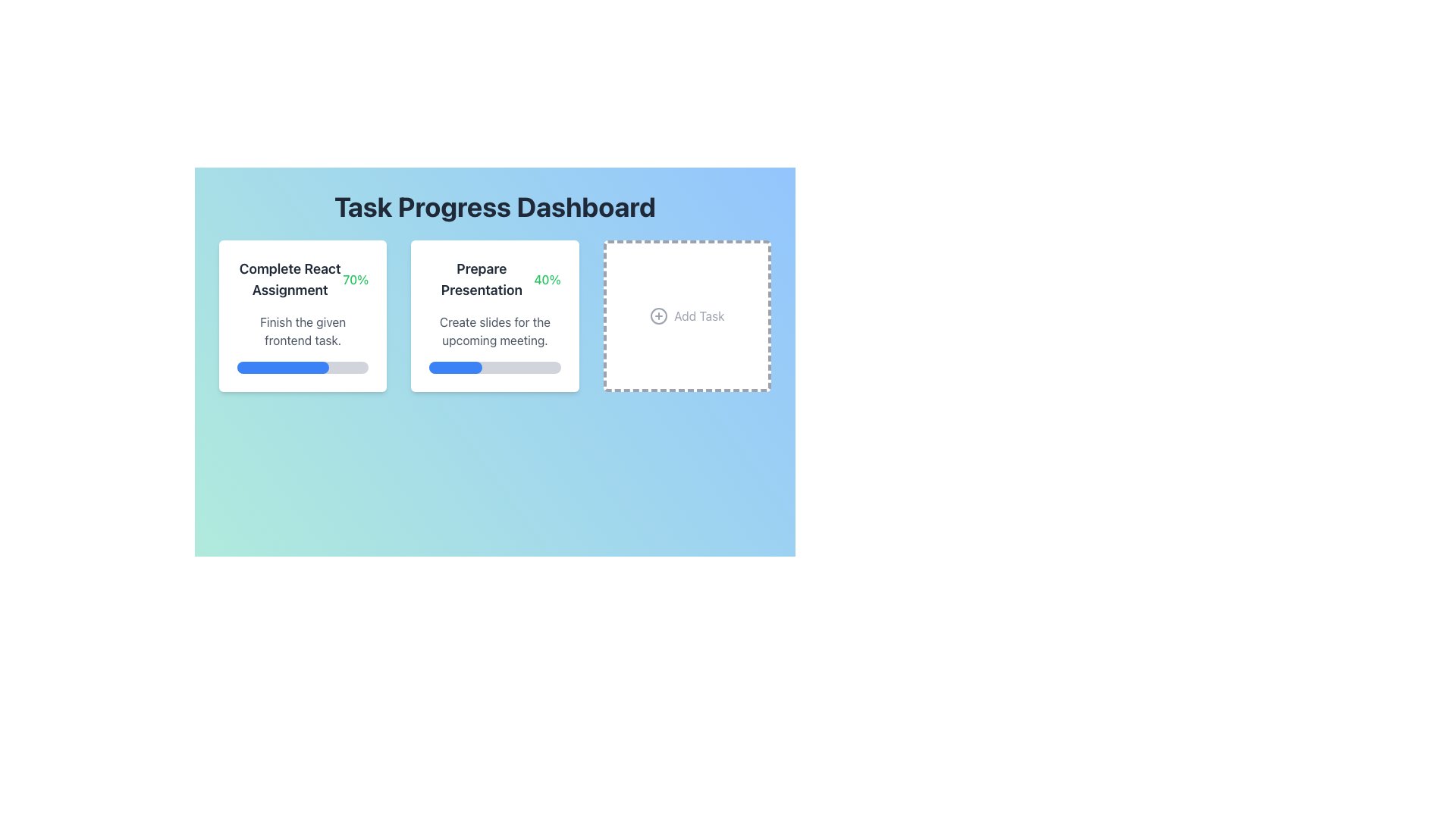 Image resolution: width=1456 pixels, height=819 pixels. Describe the element at coordinates (659, 315) in the screenshot. I see `the icon representing 'Add Task' located in the third column of the dashboard, which is the leftmost element in the 'Add Task' area` at that location.